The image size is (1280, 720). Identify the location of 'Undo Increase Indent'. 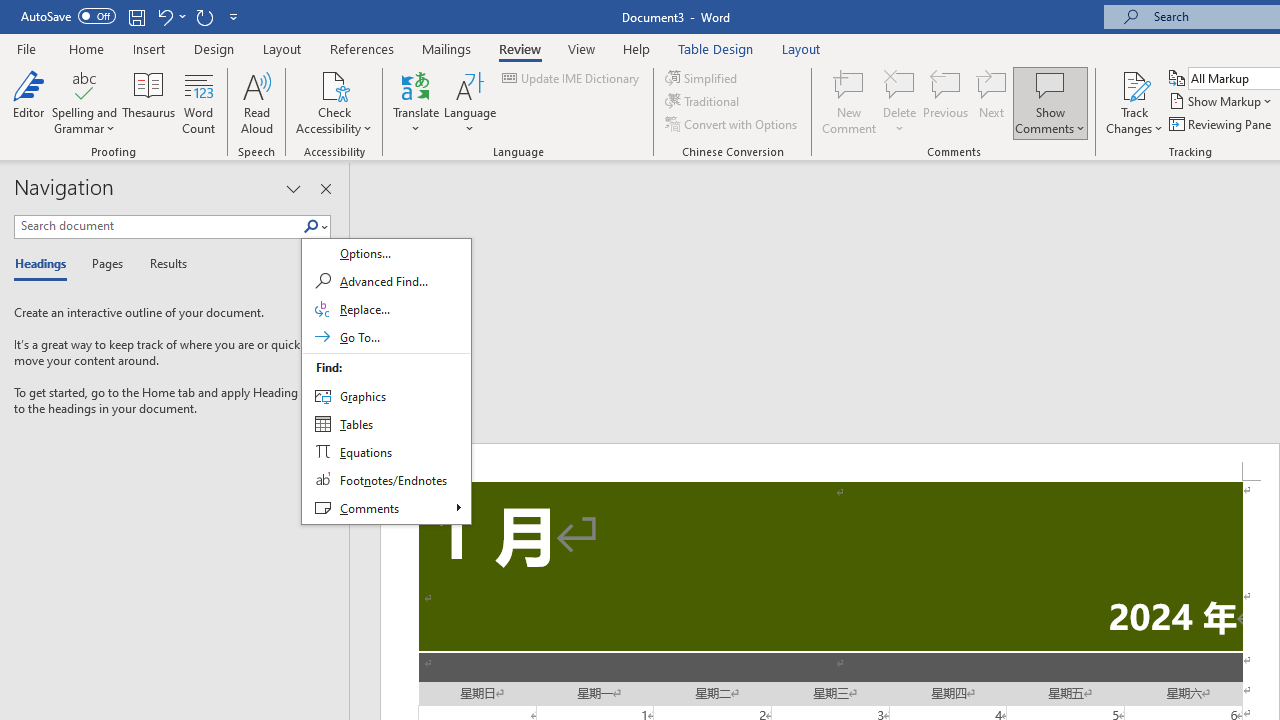
(164, 16).